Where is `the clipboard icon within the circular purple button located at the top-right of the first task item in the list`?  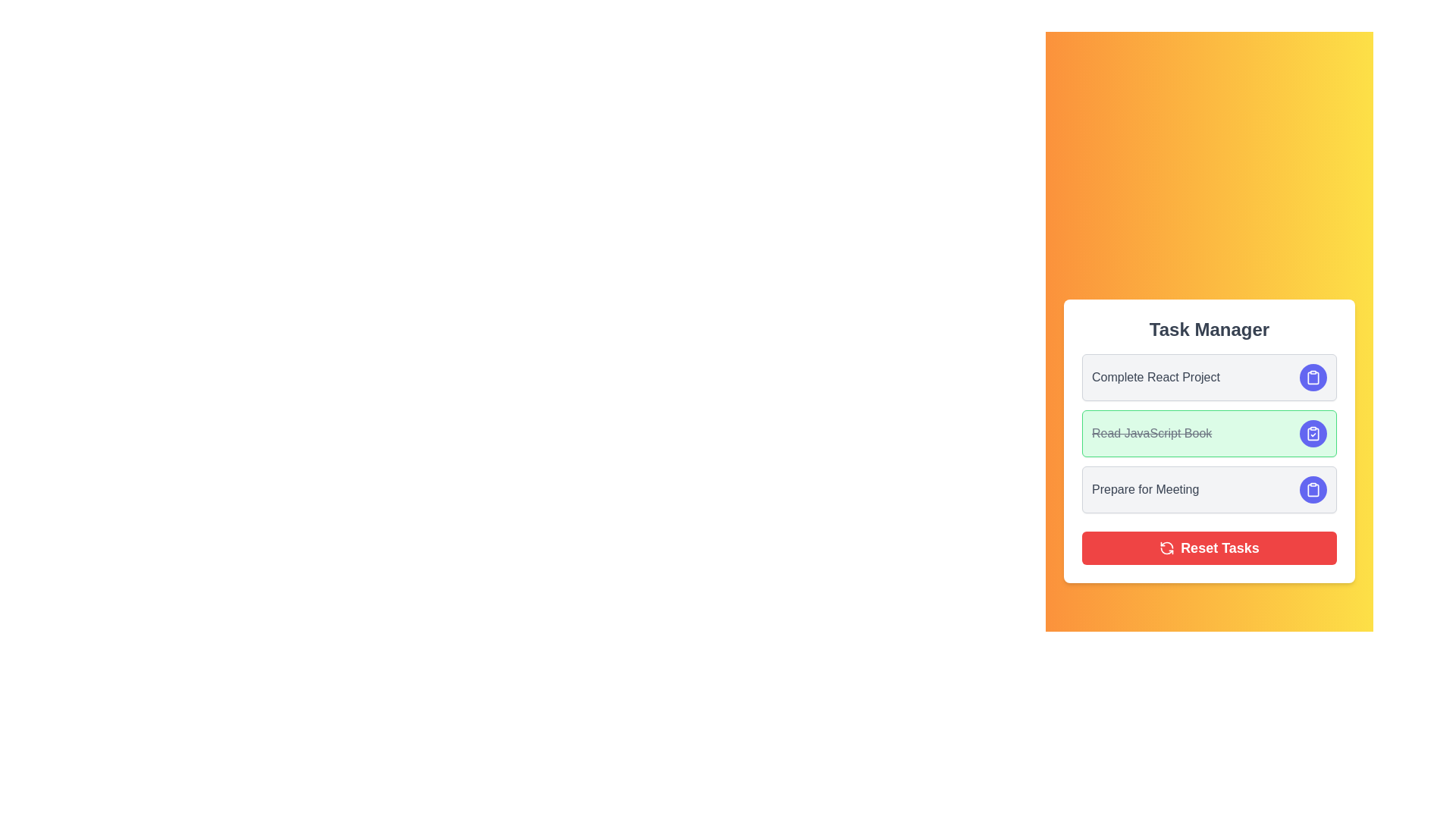 the clipboard icon within the circular purple button located at the top-right of the first task item in the list is located at coordinates (1313, 376).